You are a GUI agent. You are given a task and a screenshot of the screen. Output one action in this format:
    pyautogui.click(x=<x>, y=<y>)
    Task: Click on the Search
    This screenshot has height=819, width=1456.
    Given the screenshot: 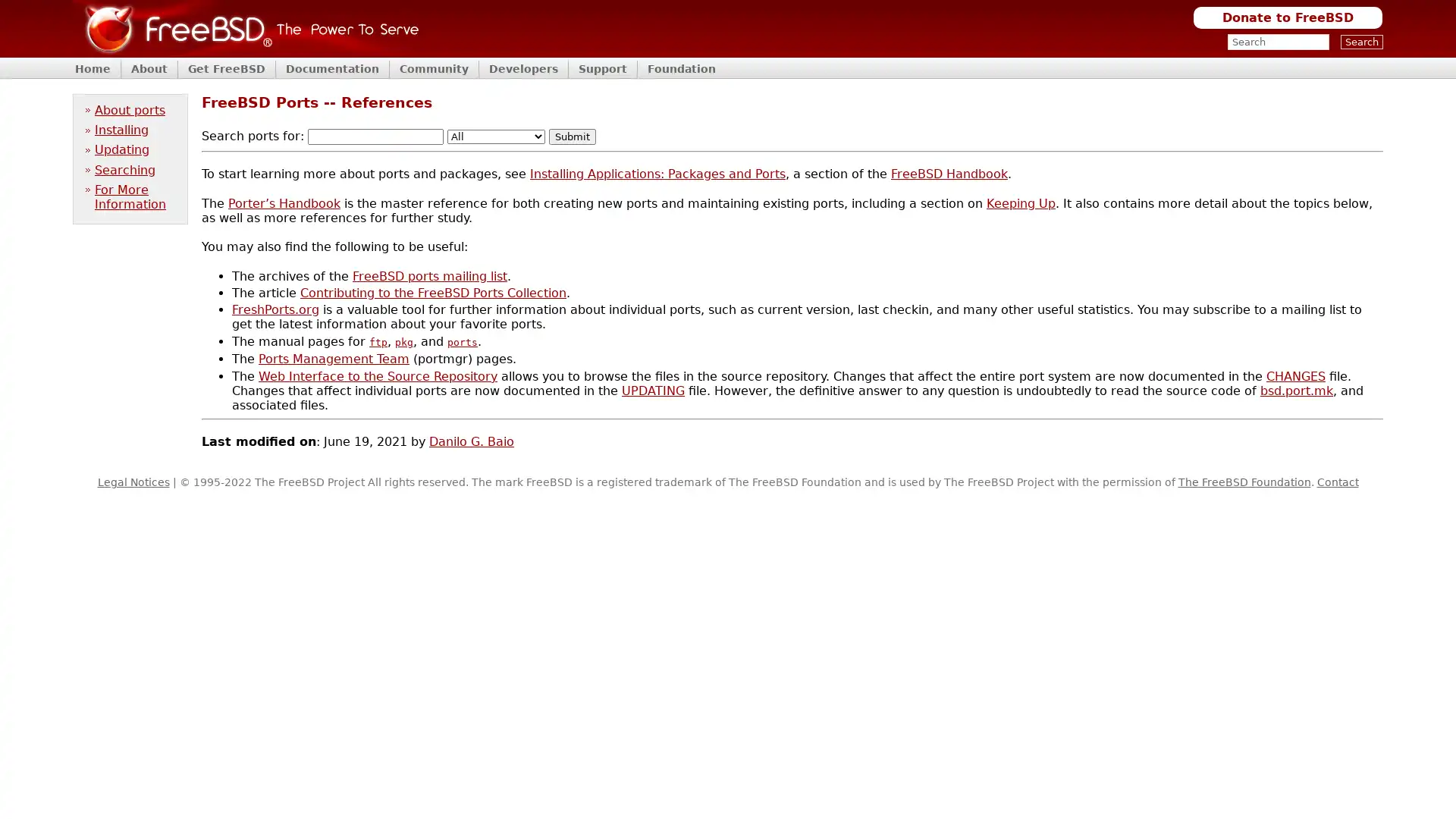 What is the action you would take?
    pyautogui.click(x=1361, y=41)
    